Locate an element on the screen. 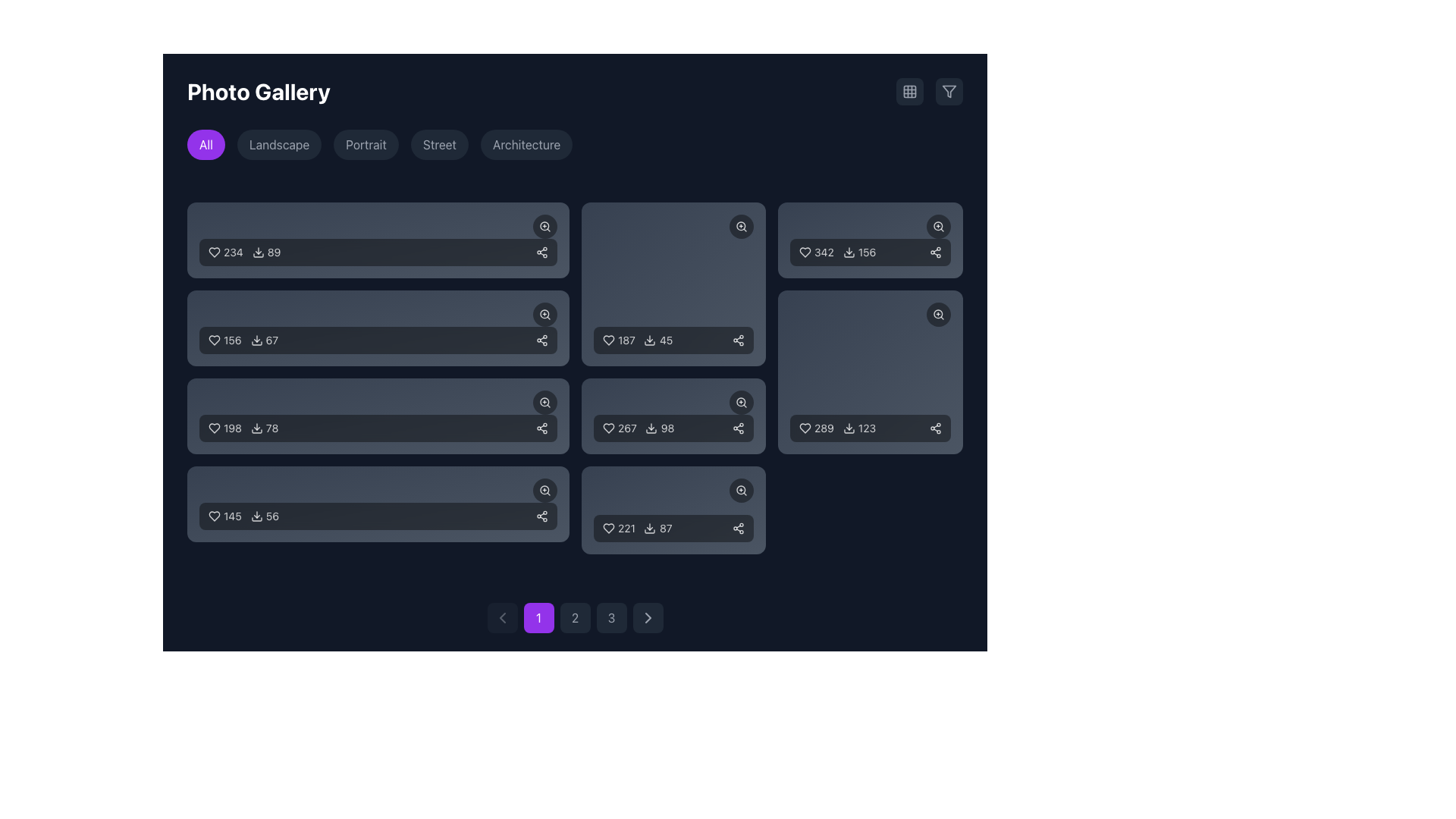 This screenshot has height=819, width=1456. the filter button located in the upper-right corner of the interface is located at coordinates (949, 91).